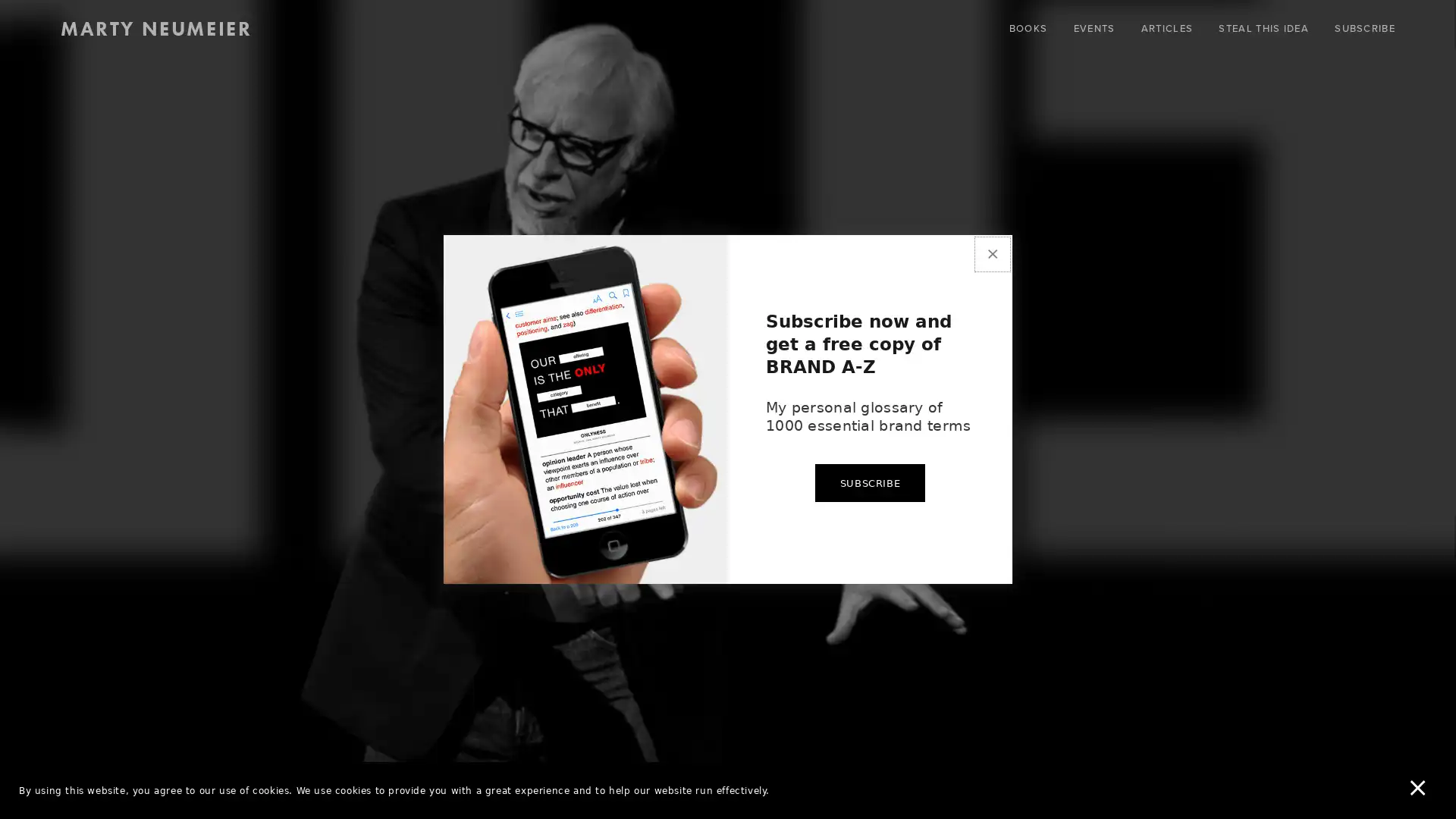  What do you see at coordinates (992, 227) in the screenshot?
I see `Close` at bounding box center [992, 227].